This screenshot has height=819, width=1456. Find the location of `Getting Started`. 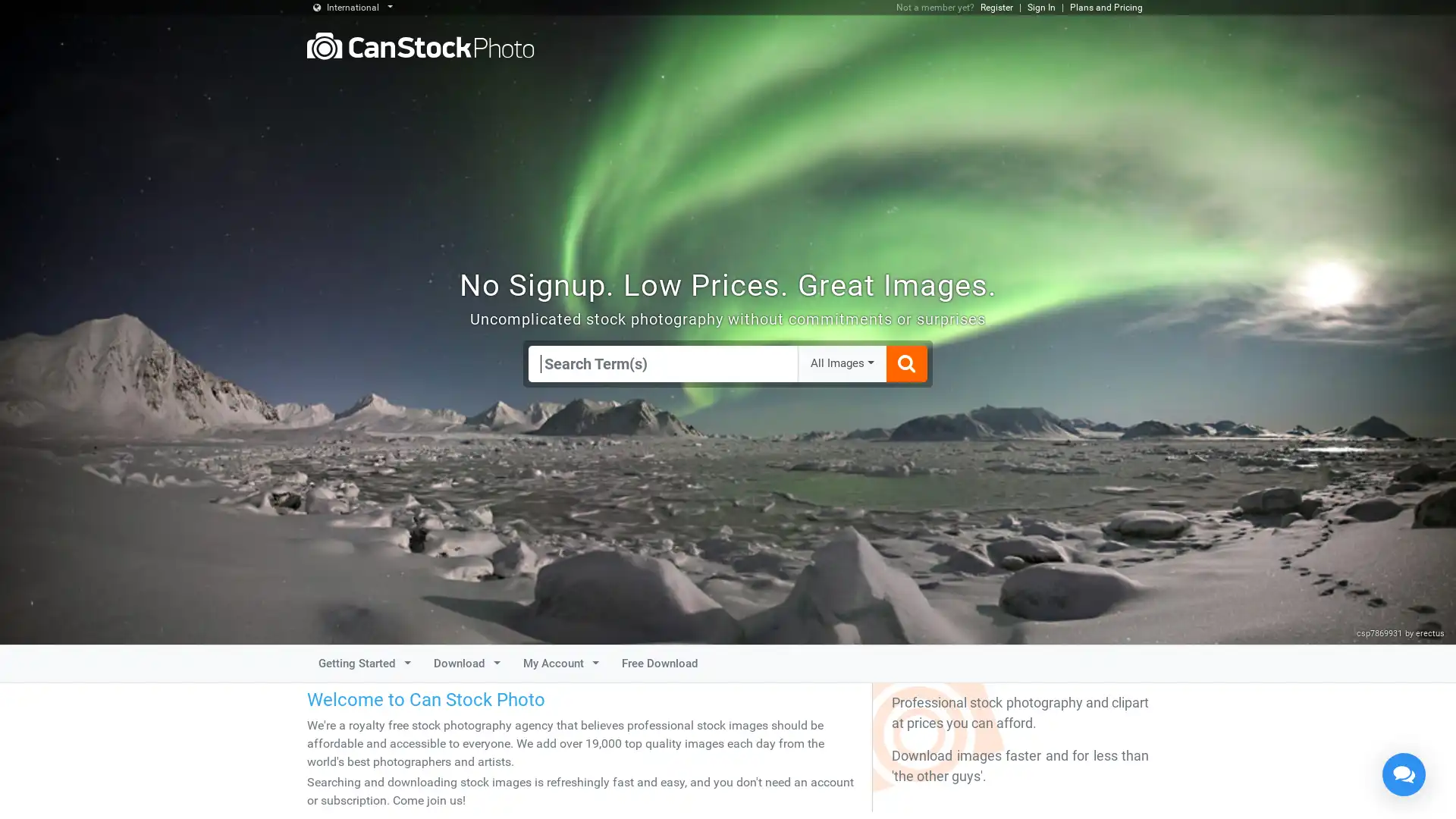

Getting Started is located at coordinates (364, 663).